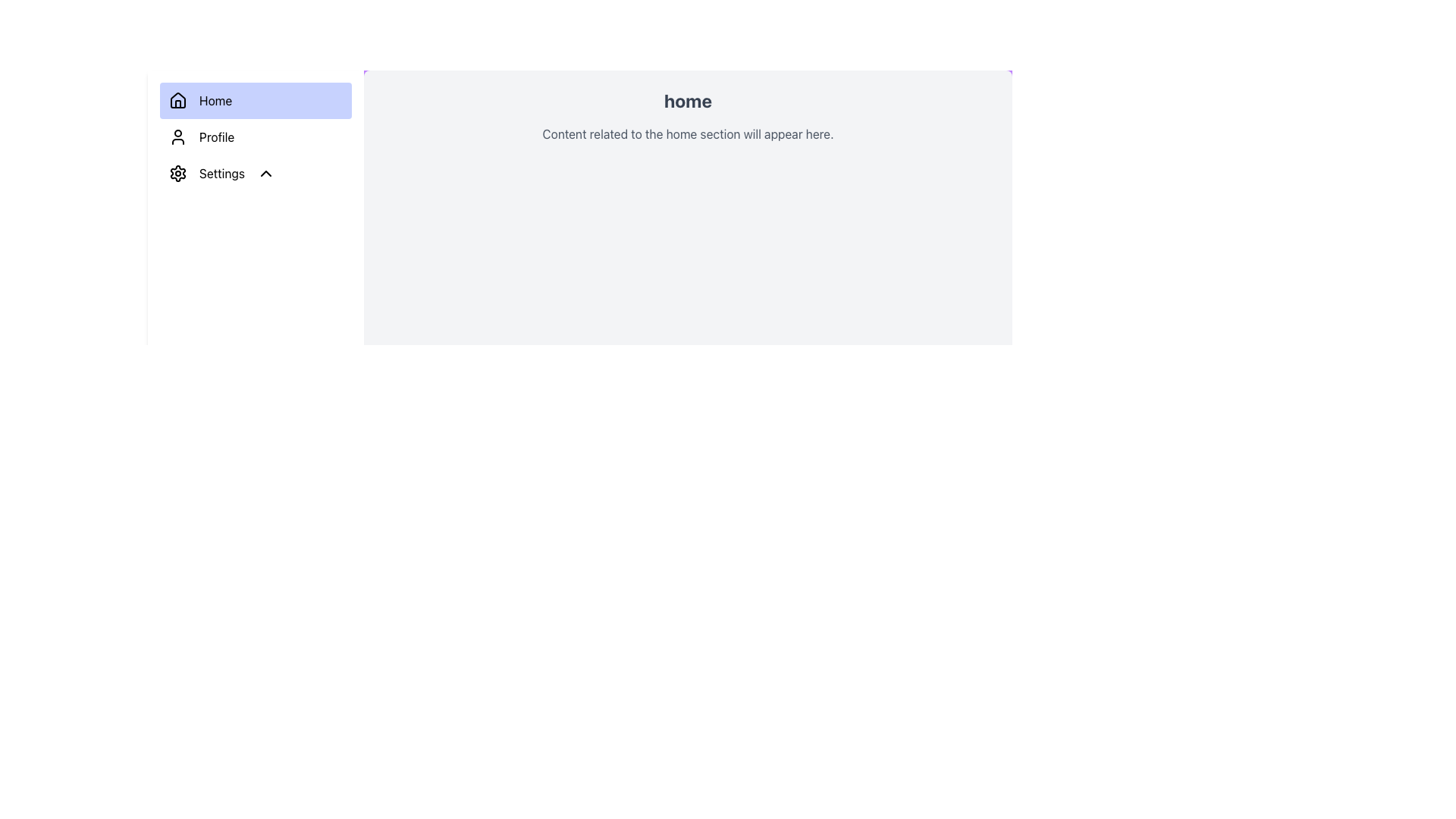 This screenshot has height=819, width=1456. Describe the element at coordinates (178, 172) in the screenshot. I see `the gear-shaped icon in the settings section of the sidebar menu` at that location.